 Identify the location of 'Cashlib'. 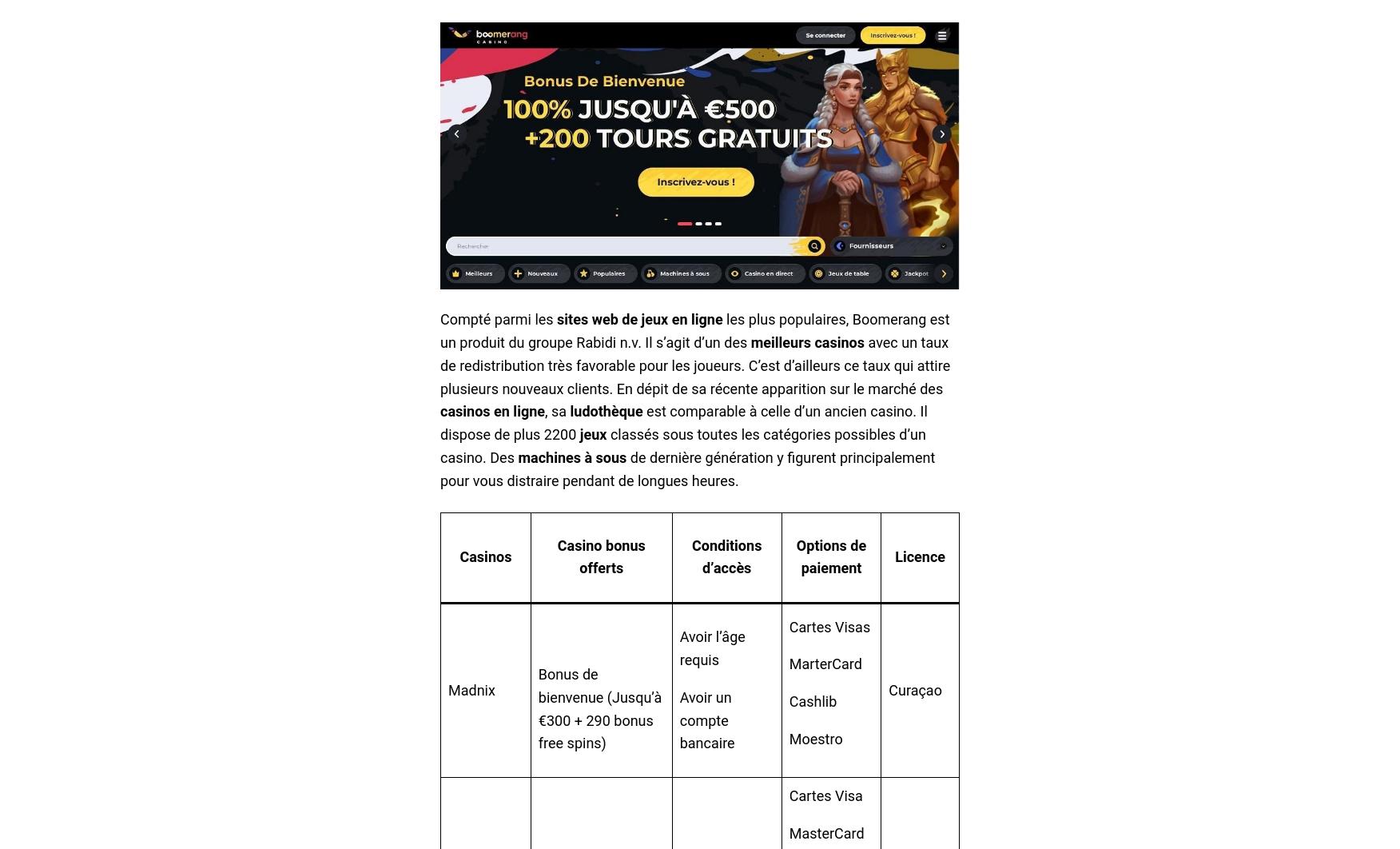
(788, 700).